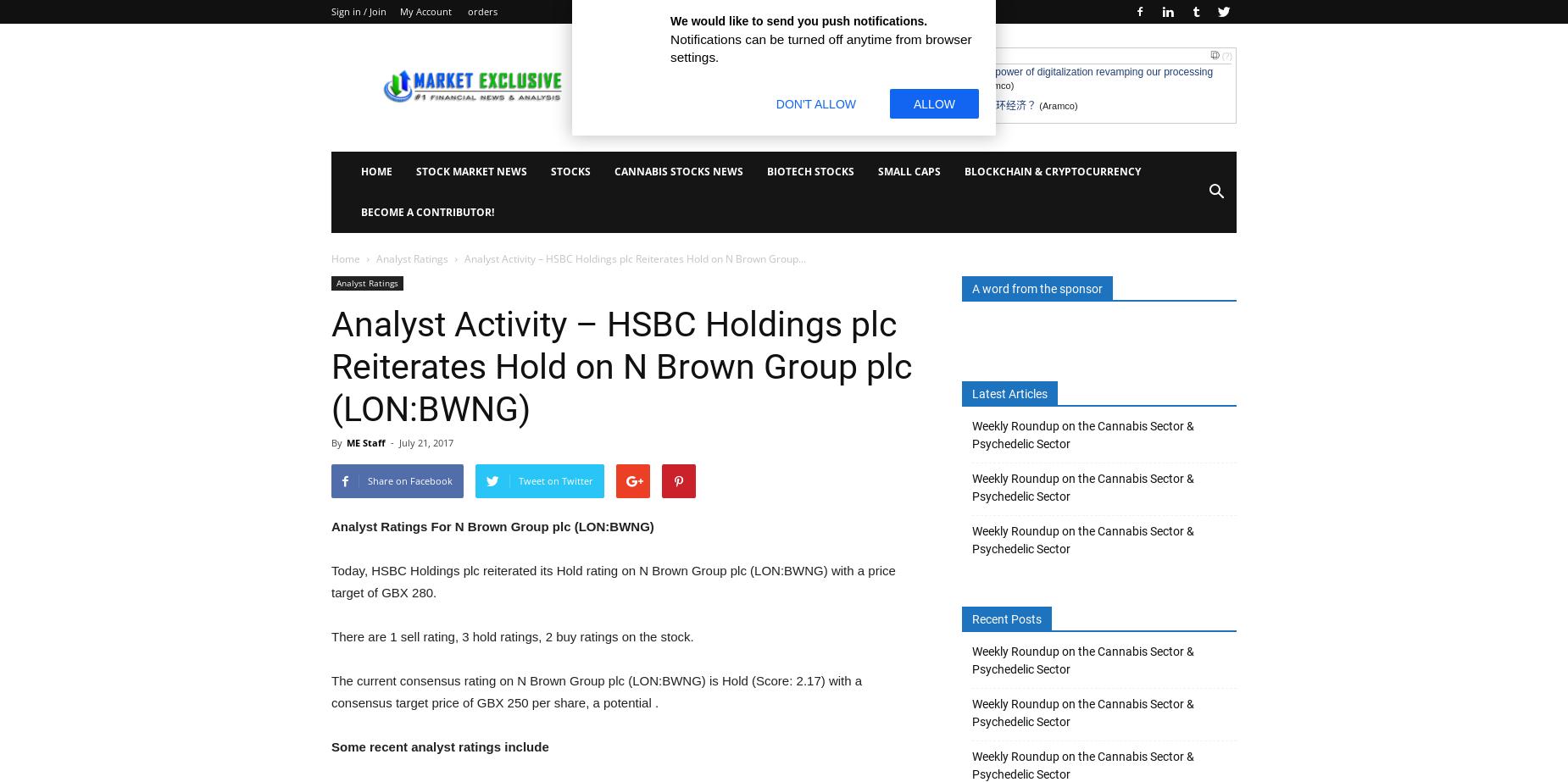 The height and width of the screenshot is (782, 1568). Describe the element at coordinates (596, 690) in the screenshot. I see `'The current consensus rating on N Brown Group plc (LON:BWNG) is Hold (Score: 2.17) with a consensus target price of GBX 250 per share, a potential .'` at that location.